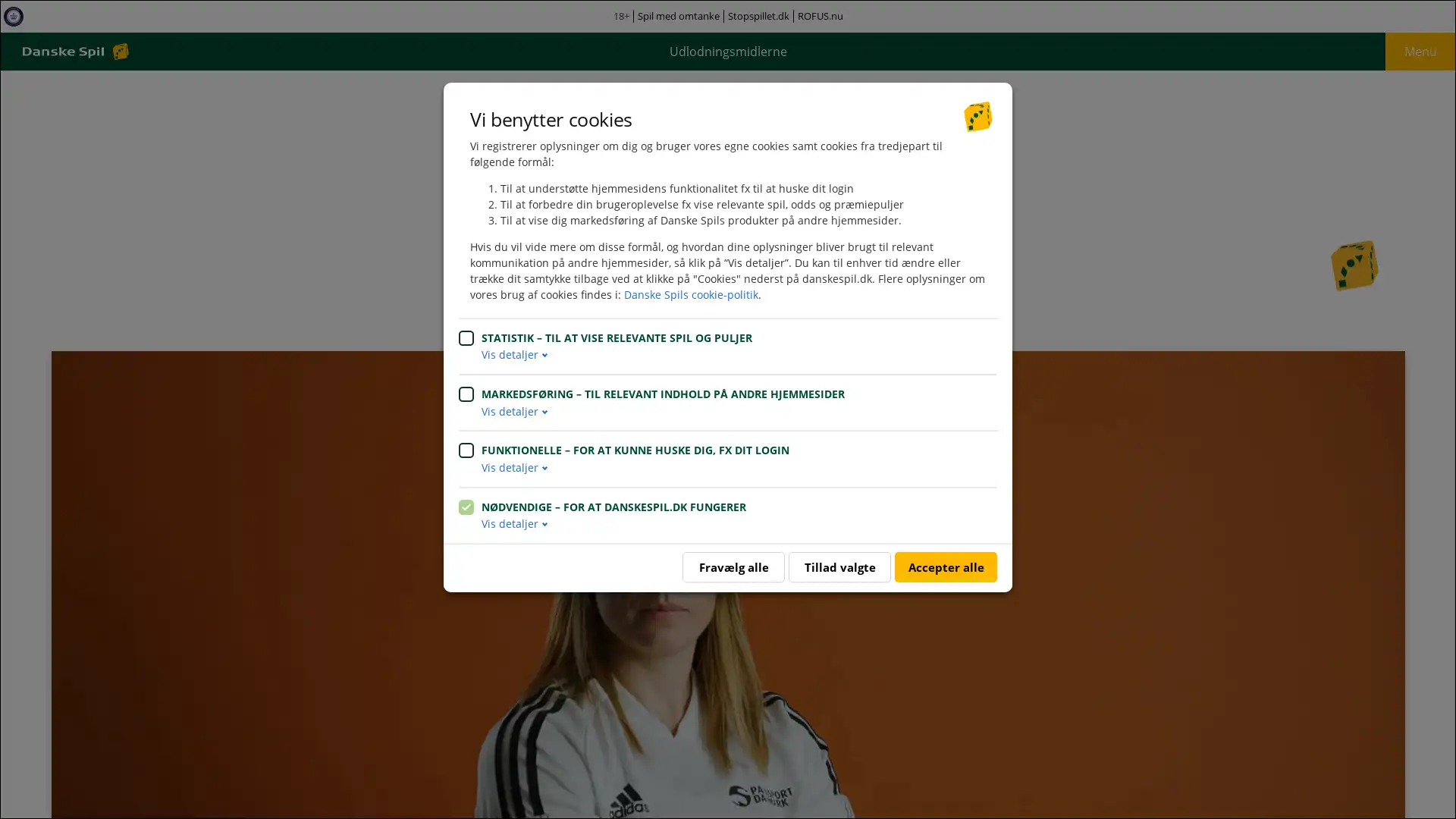  I want to click on Fravlg alle, so click(733, 567).